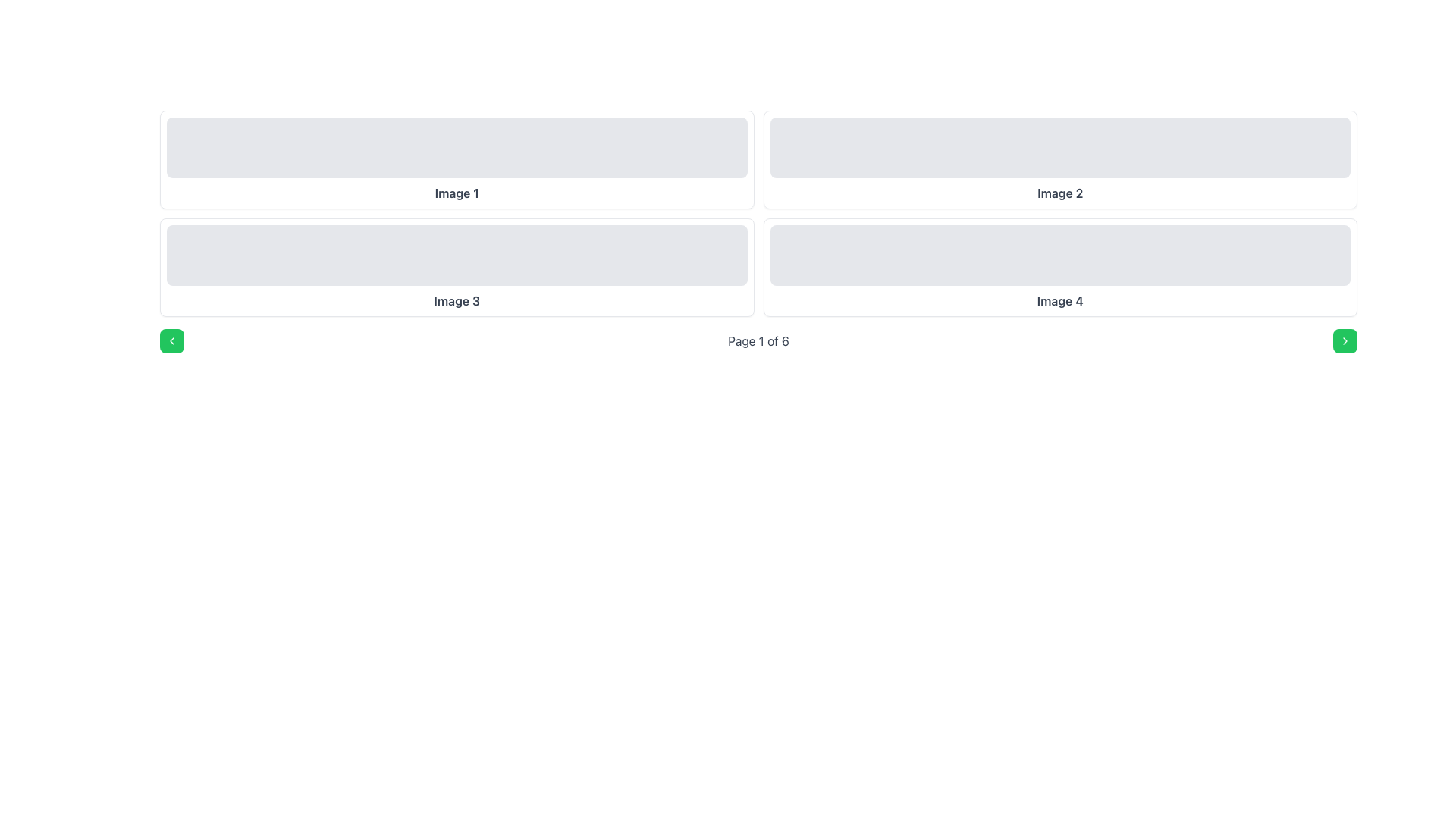 The height and width of the screenshot is (819, 1456). I want to click on the Text Label displaying 'Page 1 of 6' styled in gray font, located at the bottom center of the visible section, so click(758, 341).